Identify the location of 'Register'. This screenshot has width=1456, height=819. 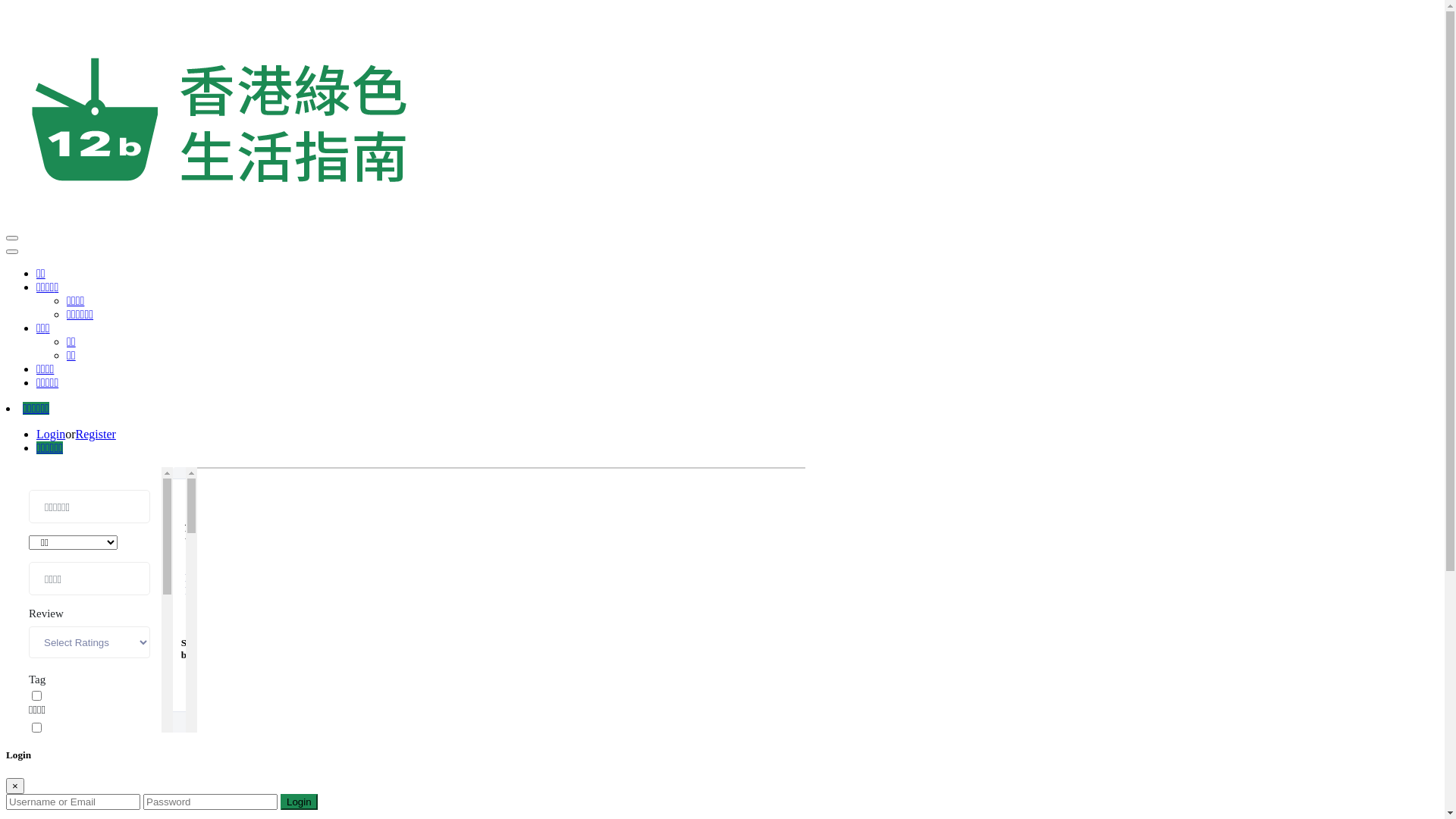
(75, 434).